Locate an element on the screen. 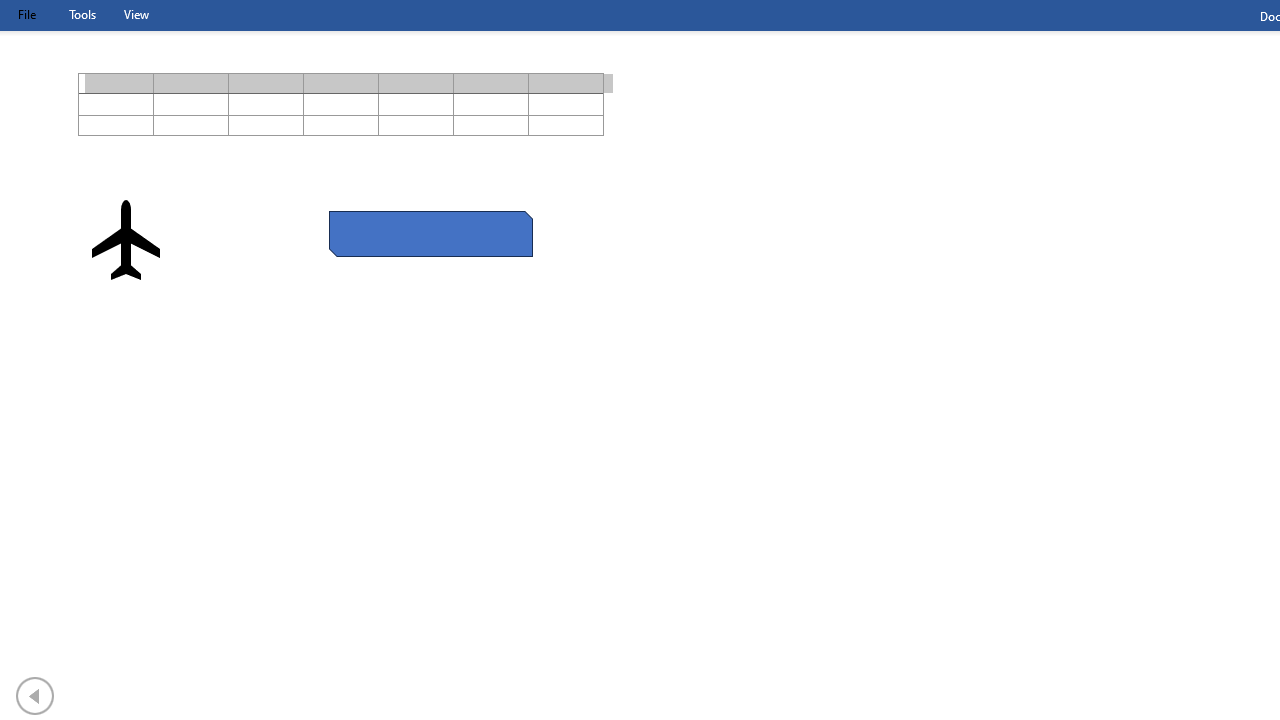 The width and height of the screenshot is (1280, 720). 'Tools' is located at coordinates (81, 14).